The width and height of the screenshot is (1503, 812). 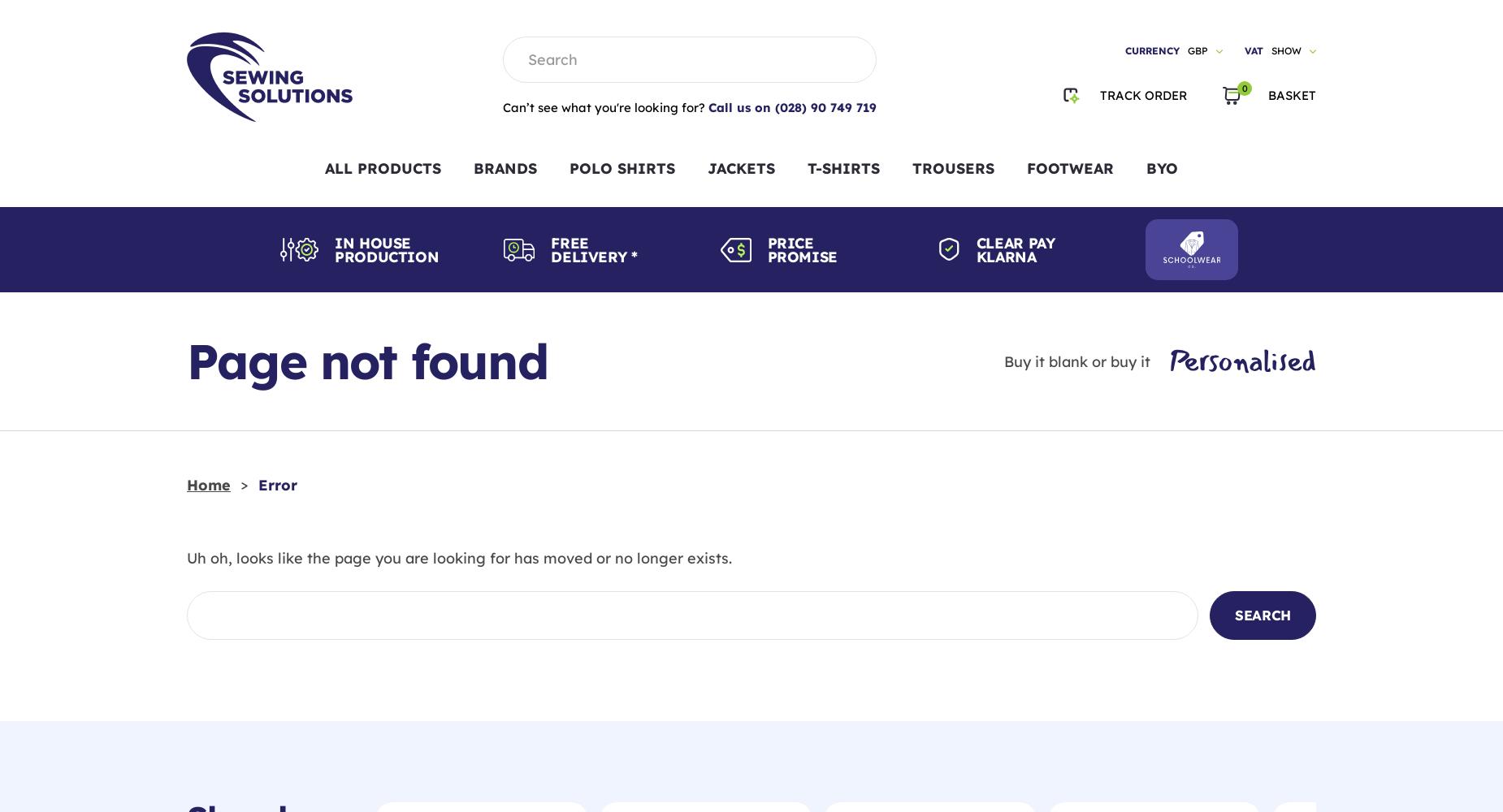 I want to click on 'Currency', so click(x=1152, y=50).